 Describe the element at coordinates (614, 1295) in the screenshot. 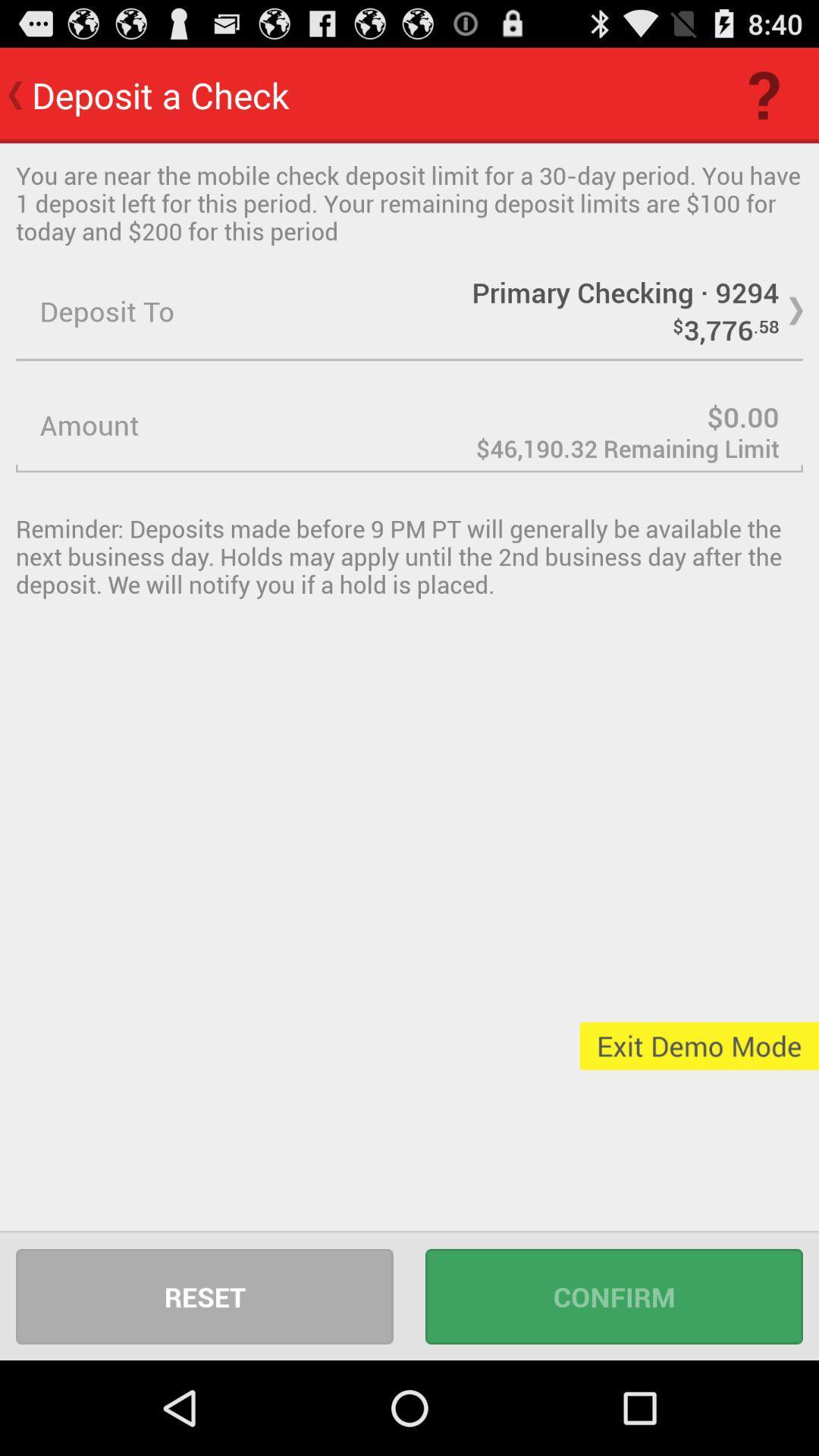

I see `the confirm item` at that location.